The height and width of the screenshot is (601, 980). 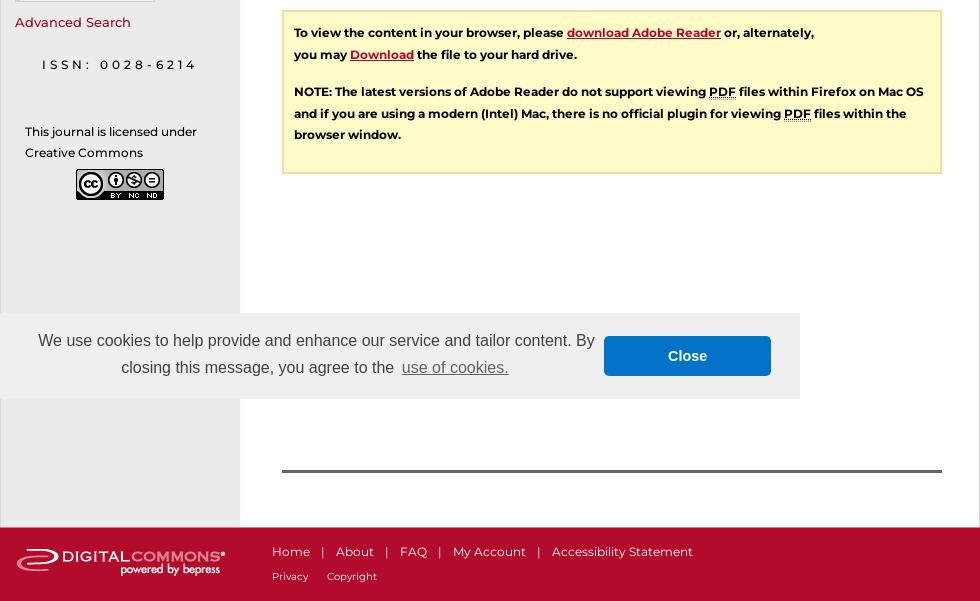 What do you see at coordinates (352, 575) in the screenshot?
I see `'Copyright'` at bounding box center [352, 575].